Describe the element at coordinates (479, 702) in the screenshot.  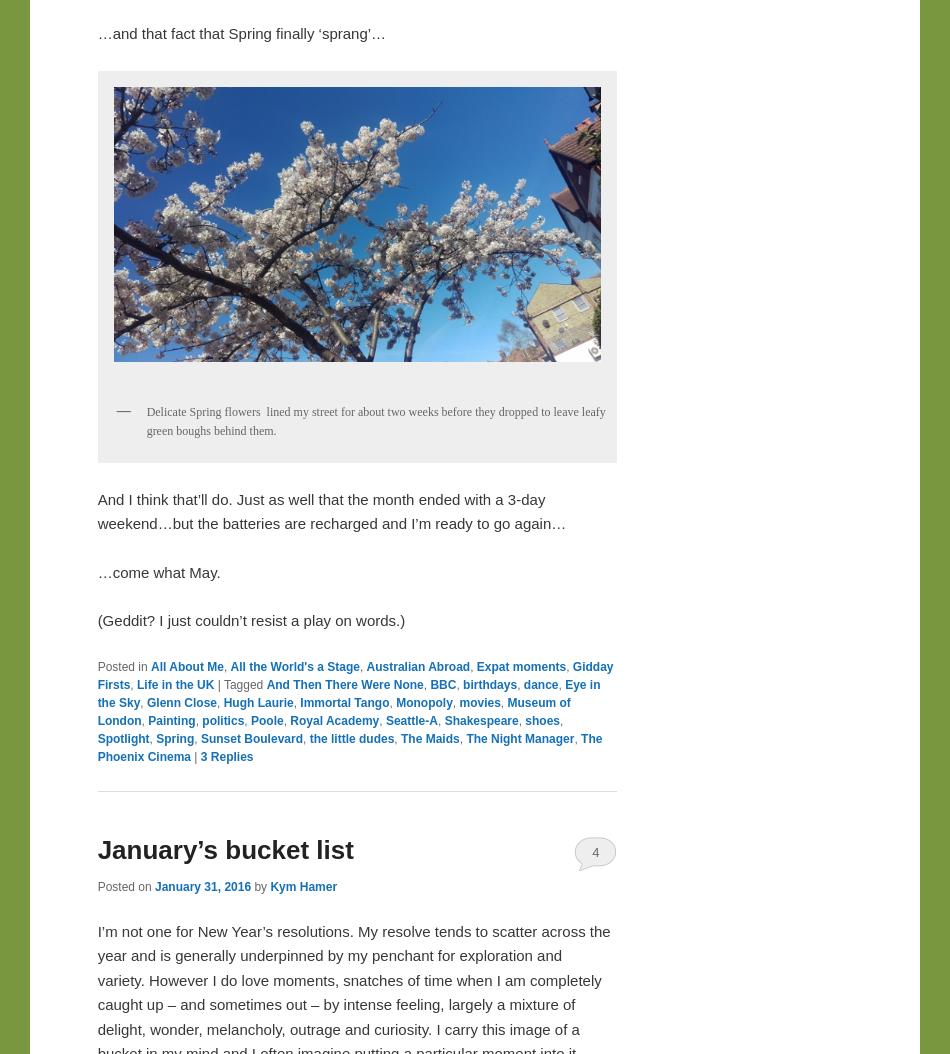
I see `'movies'` at that location.